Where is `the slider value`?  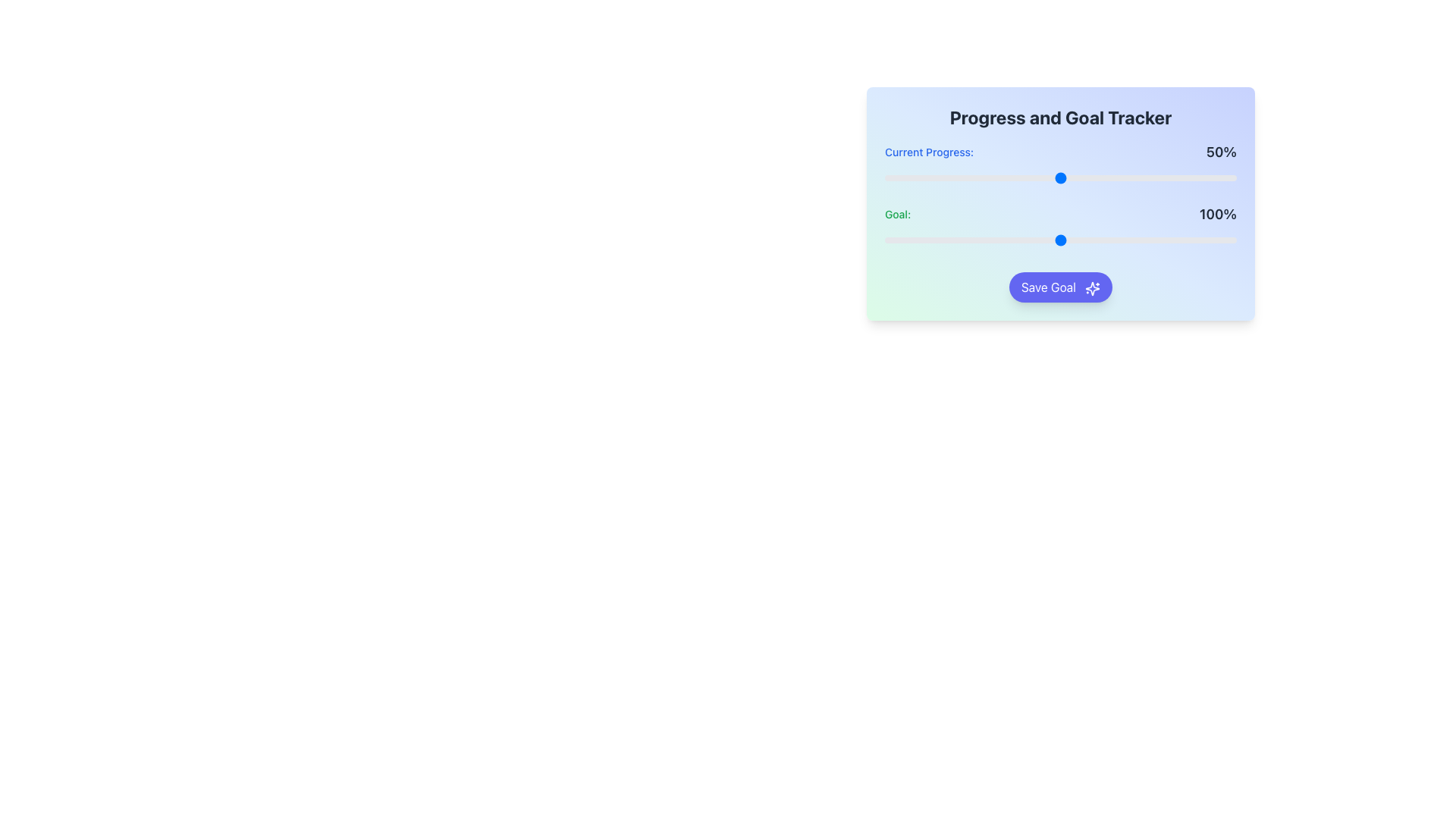 the slider value is located at coordinates (1233, 239).